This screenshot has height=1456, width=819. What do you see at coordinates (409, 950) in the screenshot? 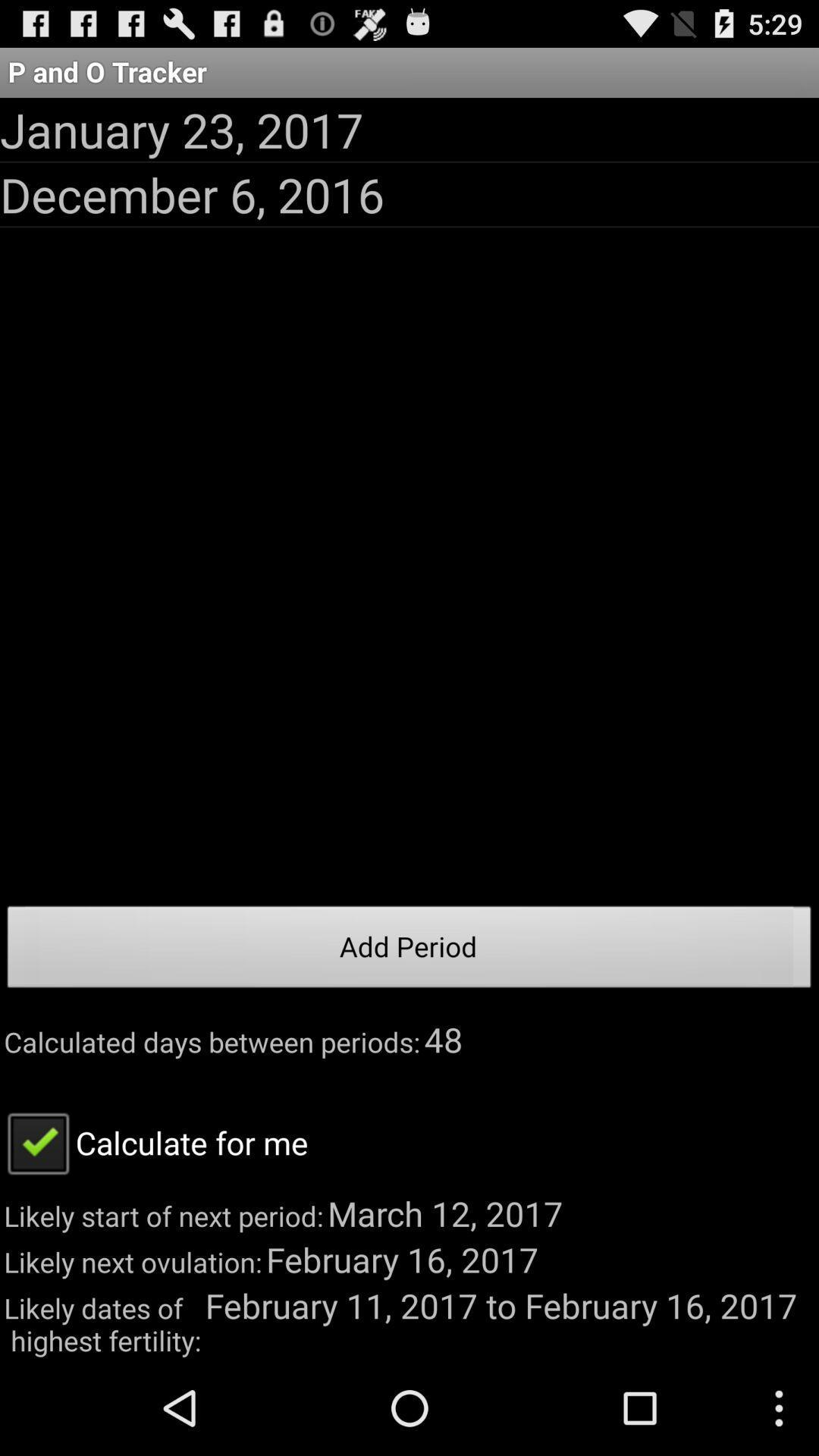
I see `the add period` at bounding box center [409, 950].